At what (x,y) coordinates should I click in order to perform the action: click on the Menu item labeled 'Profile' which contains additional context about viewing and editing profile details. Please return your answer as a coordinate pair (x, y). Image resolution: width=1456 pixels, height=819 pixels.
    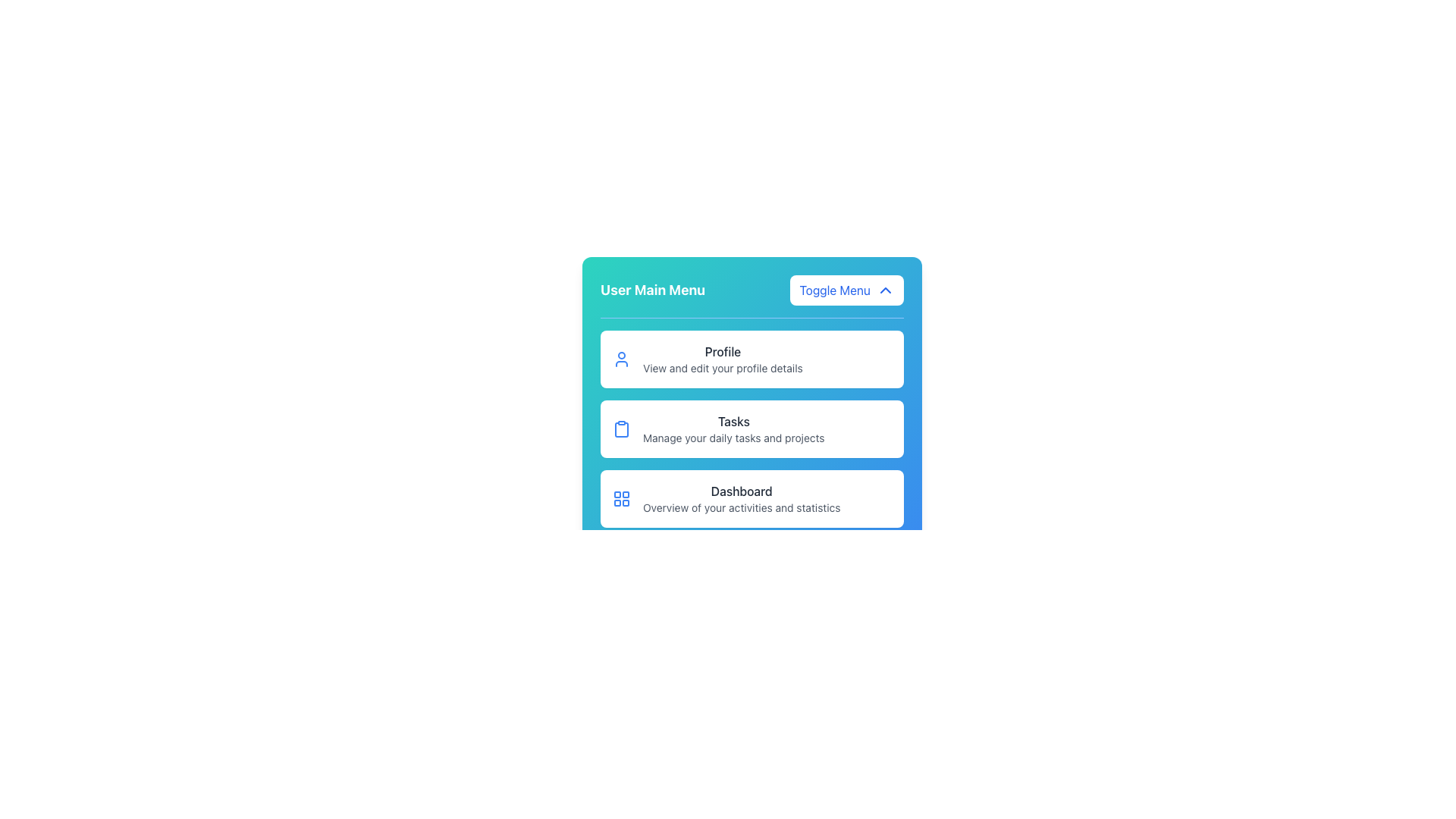
    Looking at the image, I should click on (722, 359).